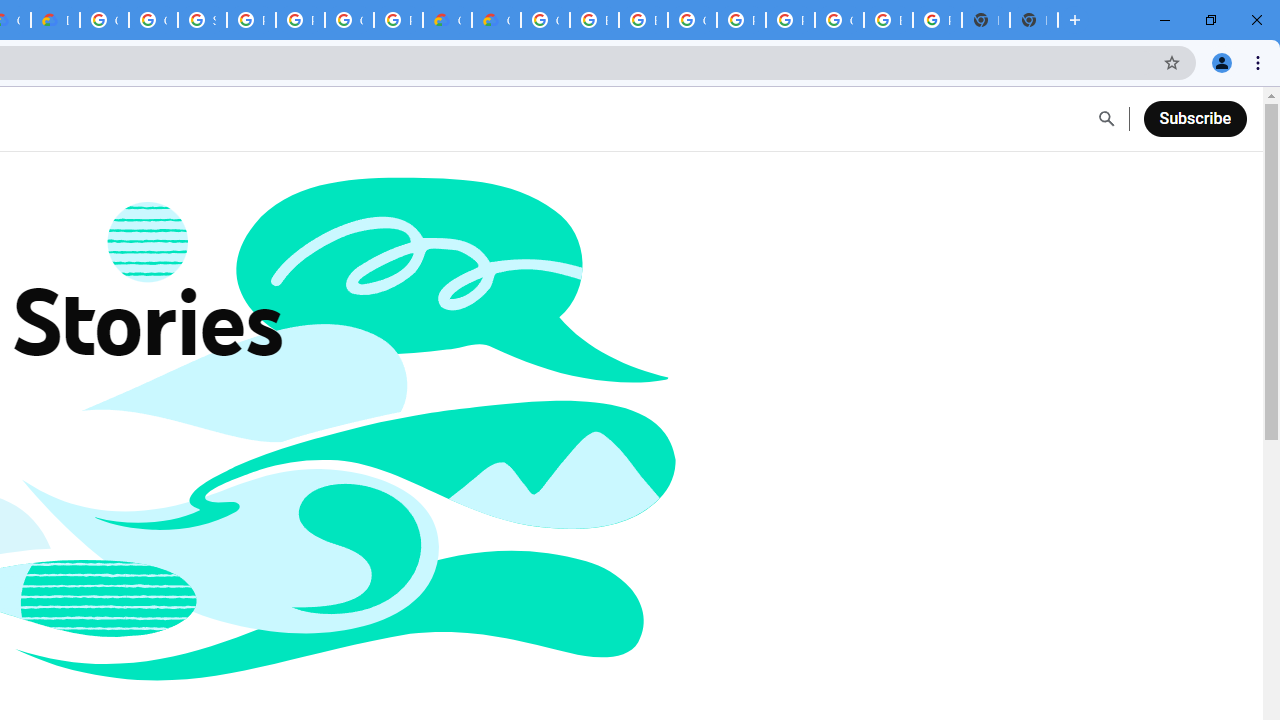 This screenshot has width=1280, height=720. I want to click on 'Customer Care | Google Cloud', so click(446, 20).